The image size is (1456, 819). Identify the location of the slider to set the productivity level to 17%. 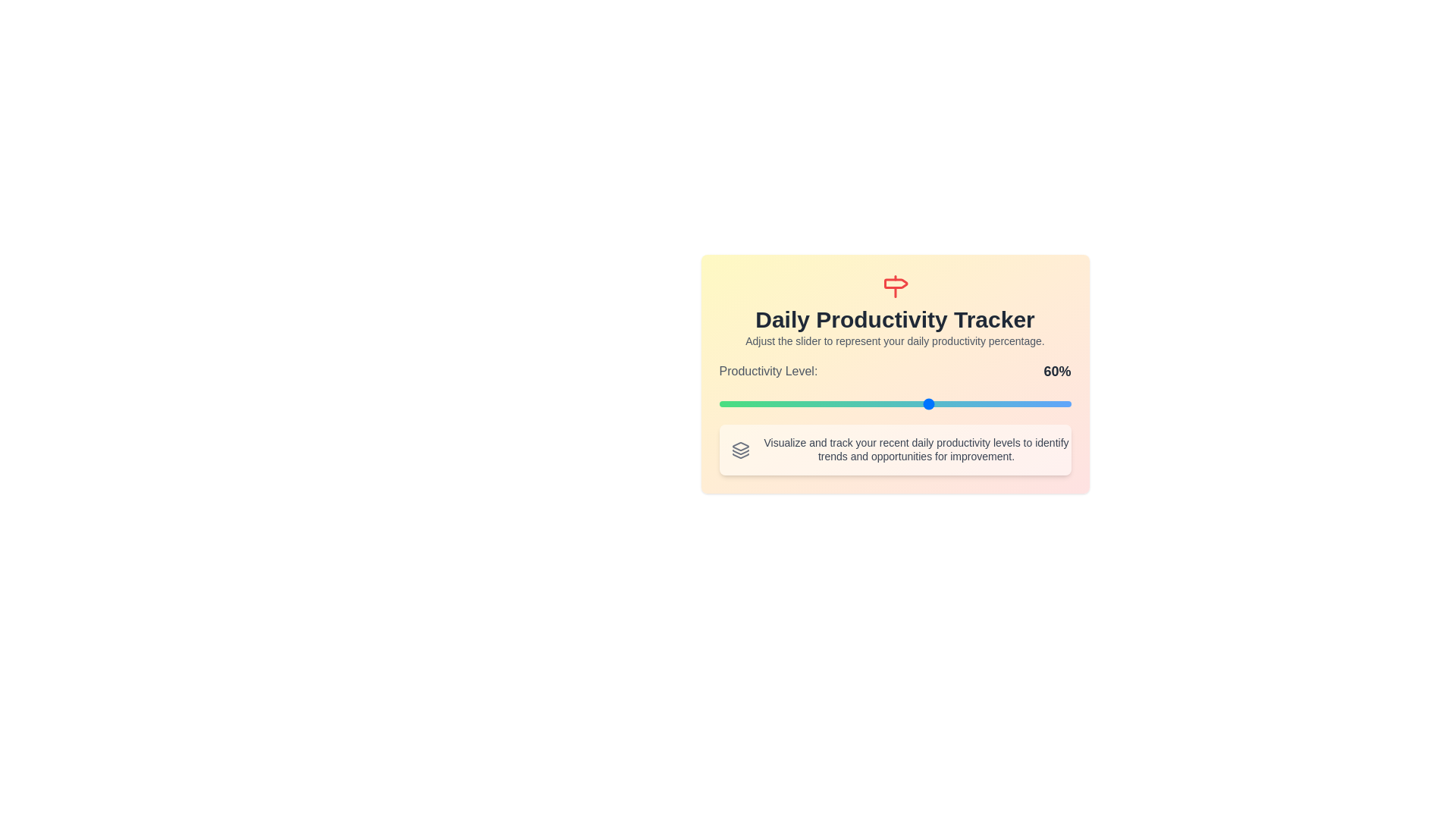
(779, 403).